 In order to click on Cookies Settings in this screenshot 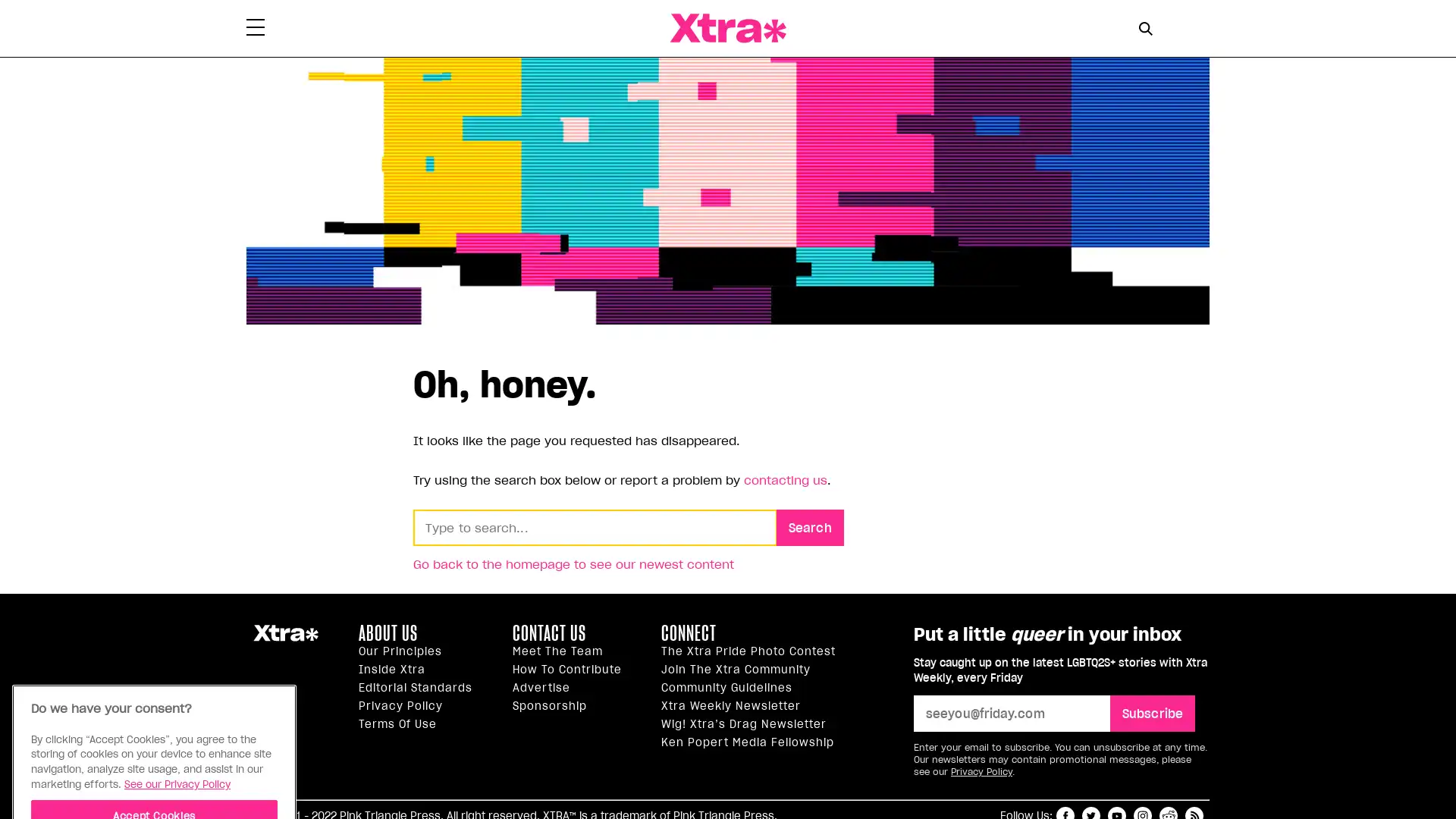, I will do `click(154, 760)`.